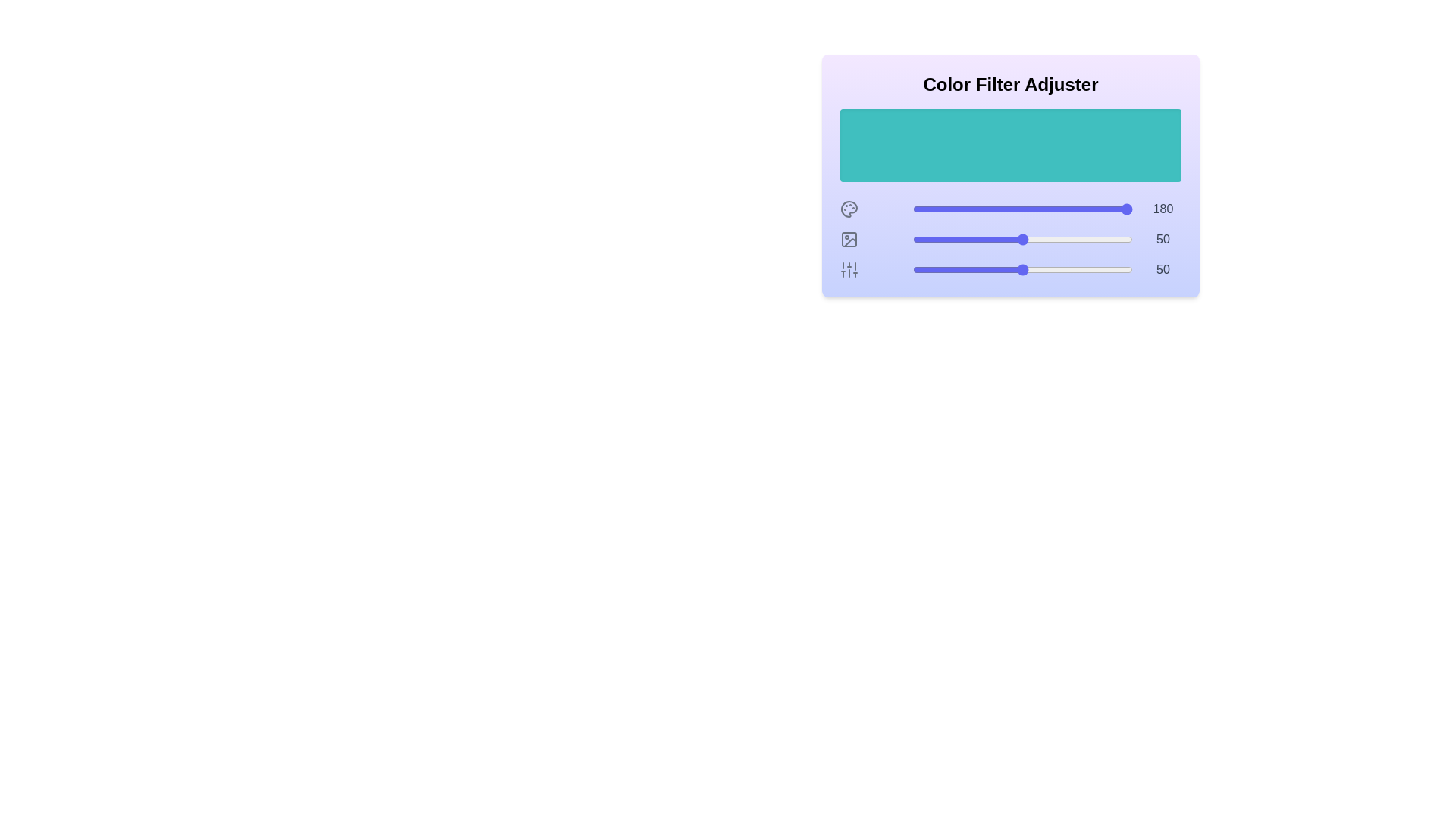 The image size is (1456, 819). Describe the element at coordinates (1050, 239) in the screenshot. I see `the 1 slider to 63 to observe the color preview area` at that location.